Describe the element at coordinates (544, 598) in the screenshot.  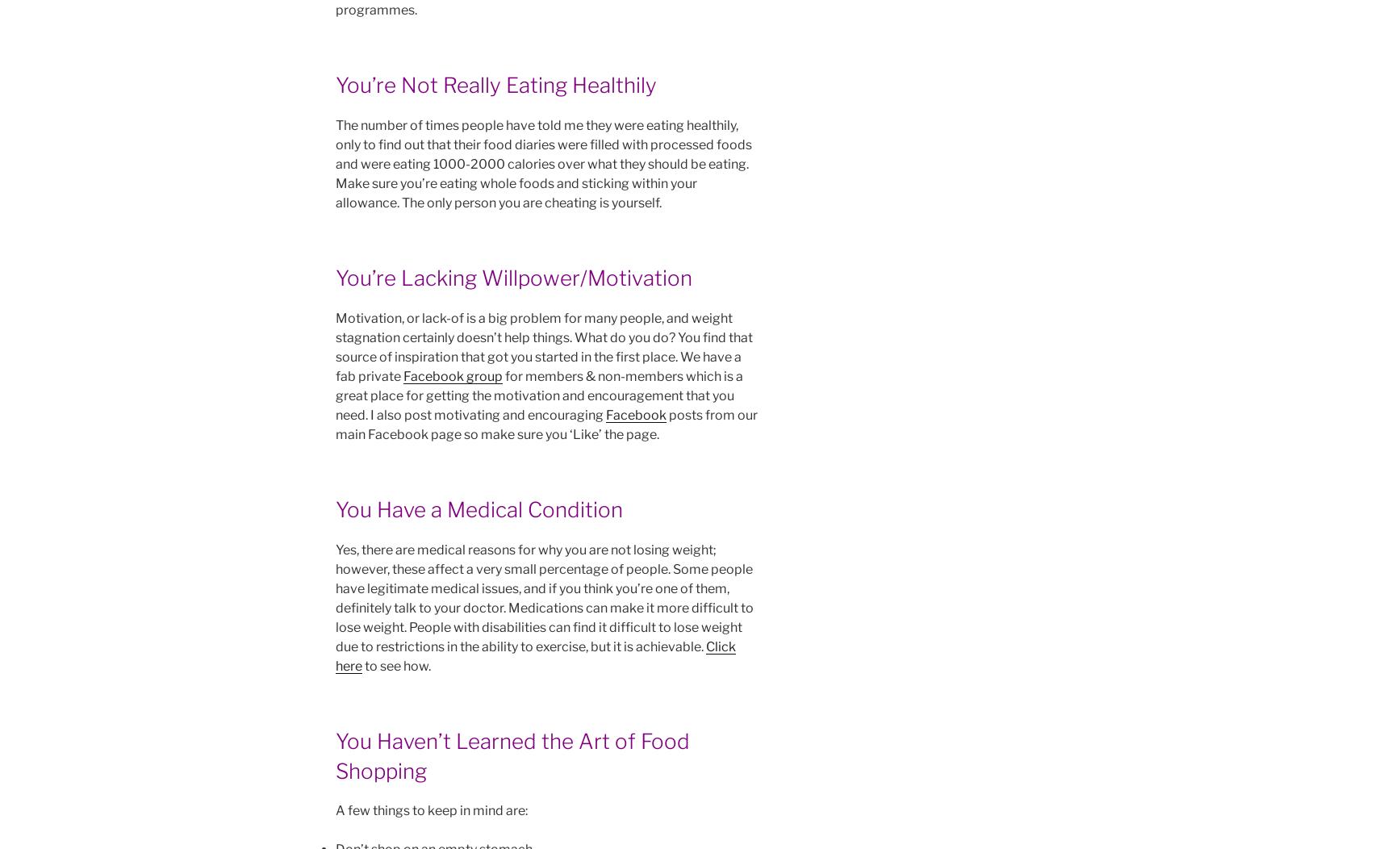
I see `'Yes, there are medical reasons for why you are not losing weight; however, these affect a very small percentage of people. Some people have legitimate medical issues, and if you think you’re one of them, definitely talk to your doctor. Medications can make it more difficult to lose weight. People with disabilities can find it difficult to lose weight due to restrictions in the ability to exercise, but it is achievable.'` at that location.